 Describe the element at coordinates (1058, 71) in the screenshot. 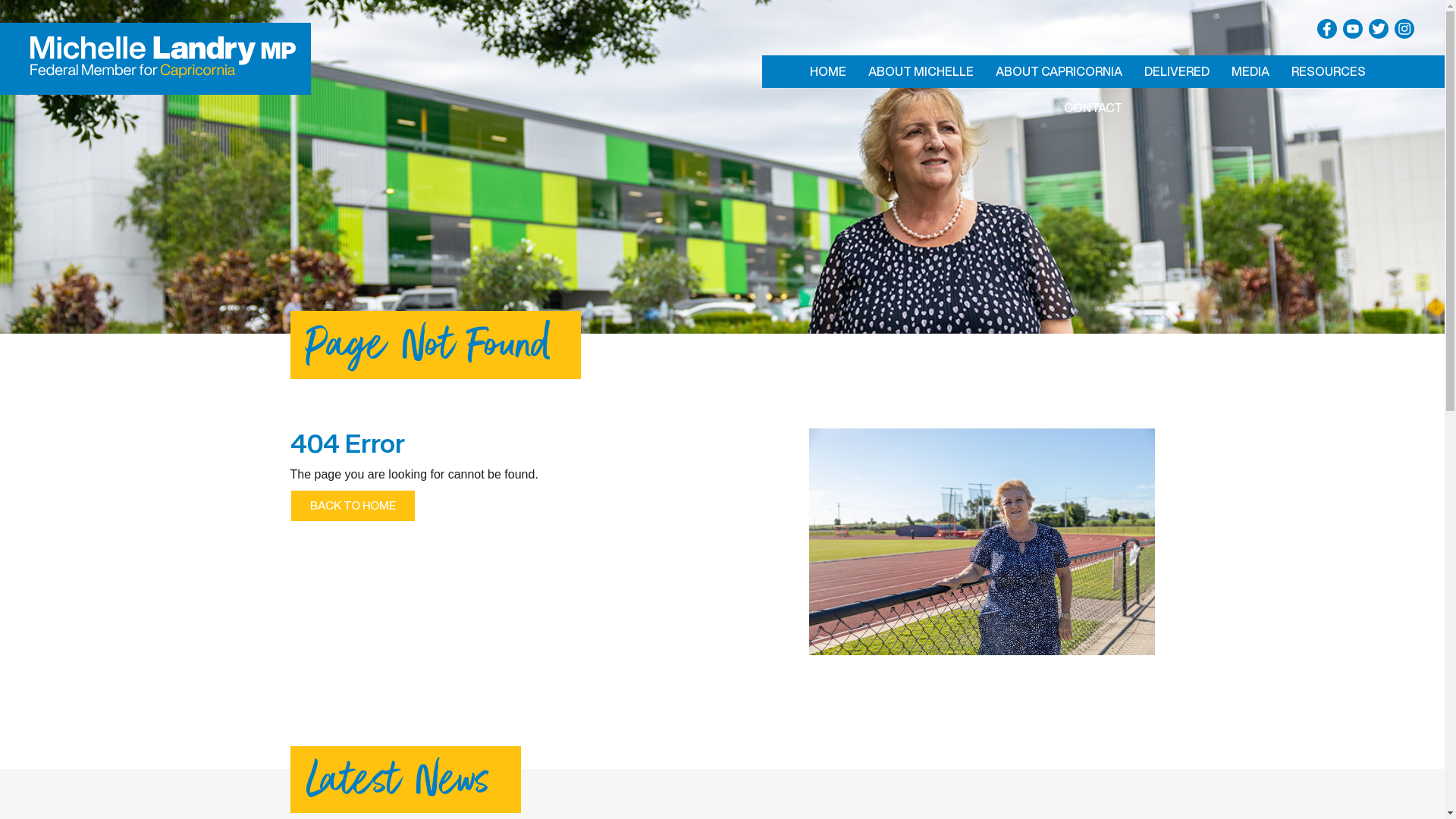

I see `'ABOUT CAPRICORNIA'` at that location.